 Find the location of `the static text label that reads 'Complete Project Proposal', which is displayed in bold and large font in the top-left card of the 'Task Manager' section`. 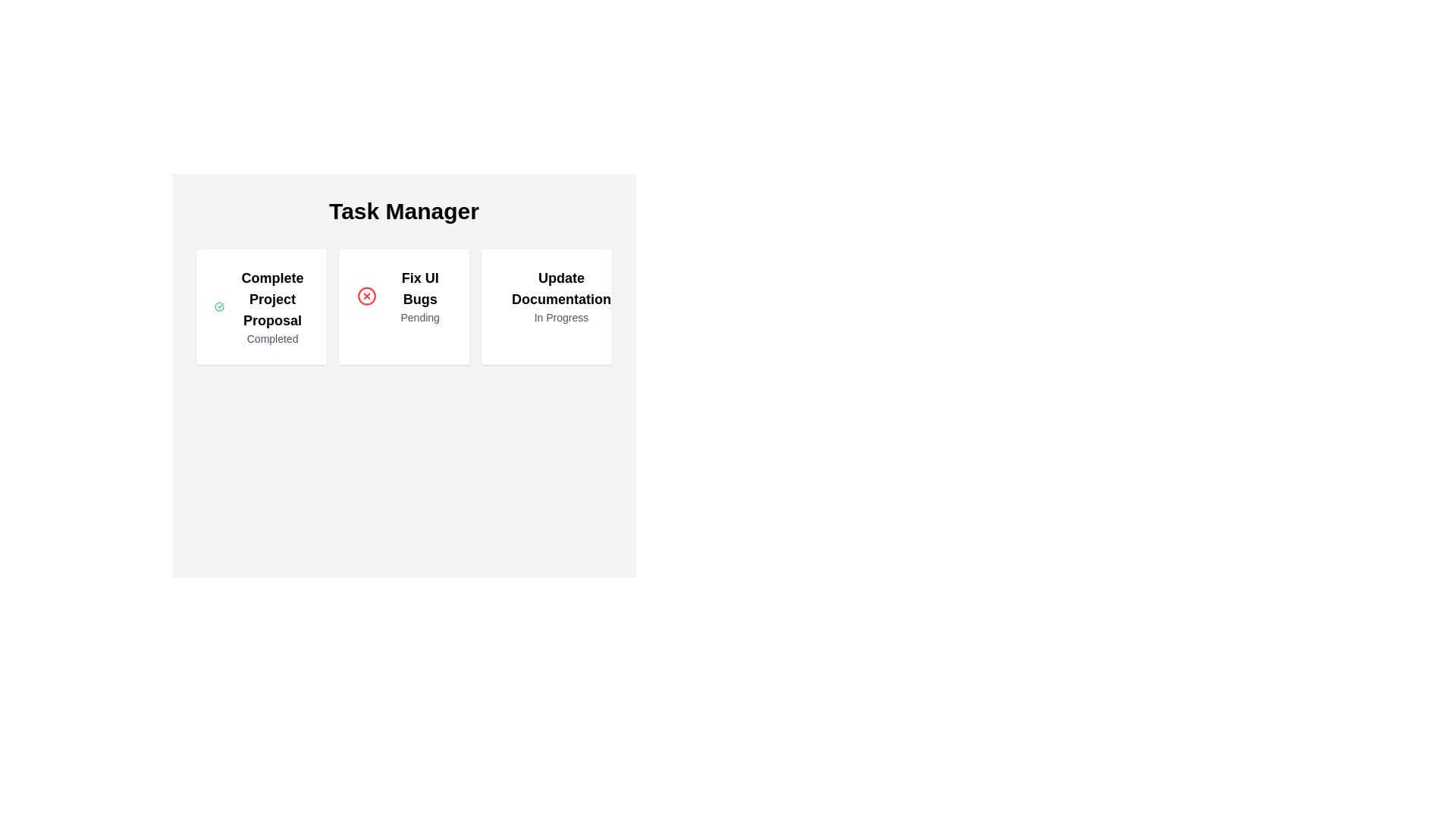

the static text label that reads 'Complete Project Proposal', which is displayed in bold and large font in the top-left card of the 'Task Manager' section is located at coordinates (272, 299).